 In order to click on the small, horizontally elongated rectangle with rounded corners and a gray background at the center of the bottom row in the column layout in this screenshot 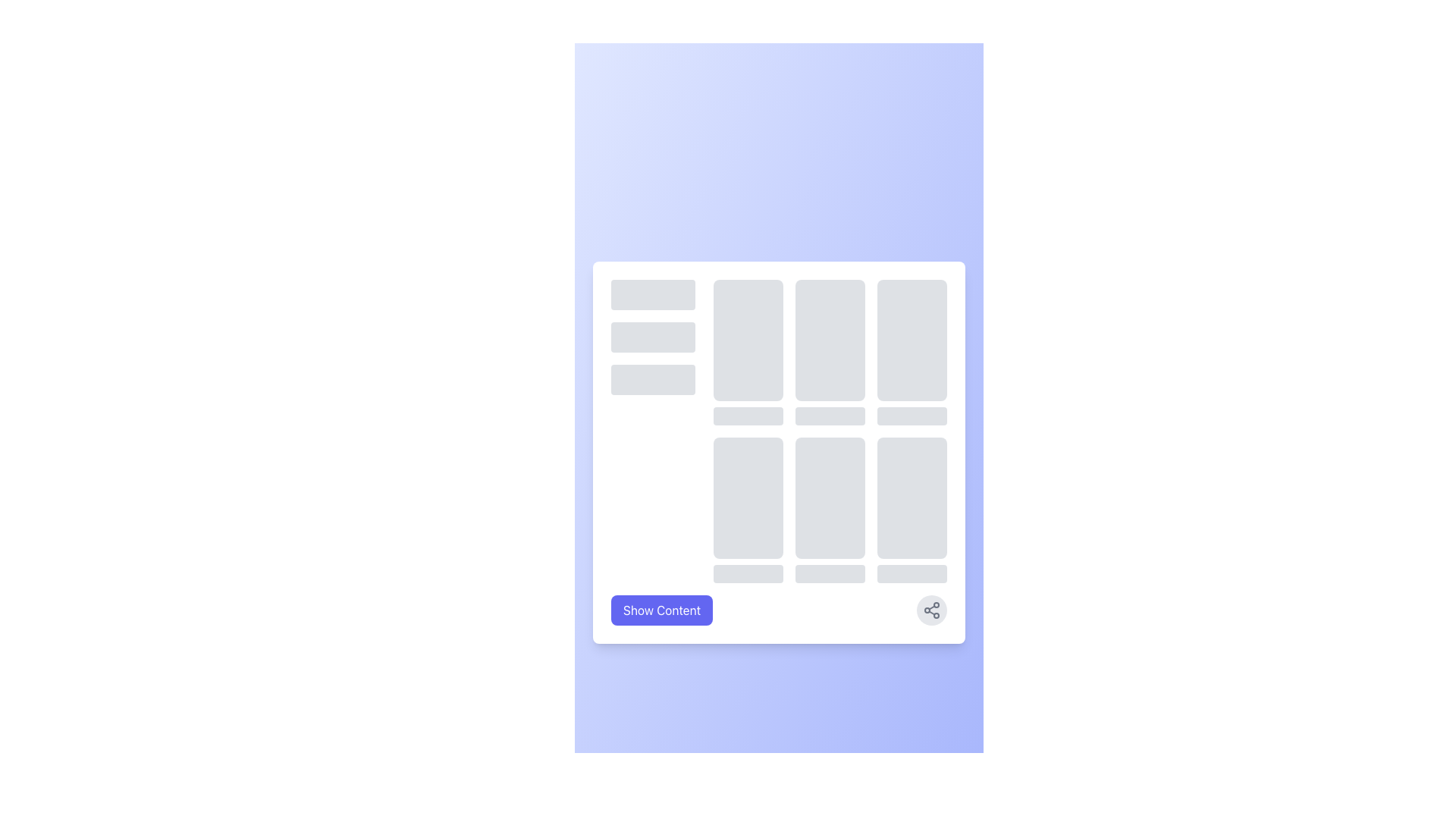, I will do `click(748, 573)`.